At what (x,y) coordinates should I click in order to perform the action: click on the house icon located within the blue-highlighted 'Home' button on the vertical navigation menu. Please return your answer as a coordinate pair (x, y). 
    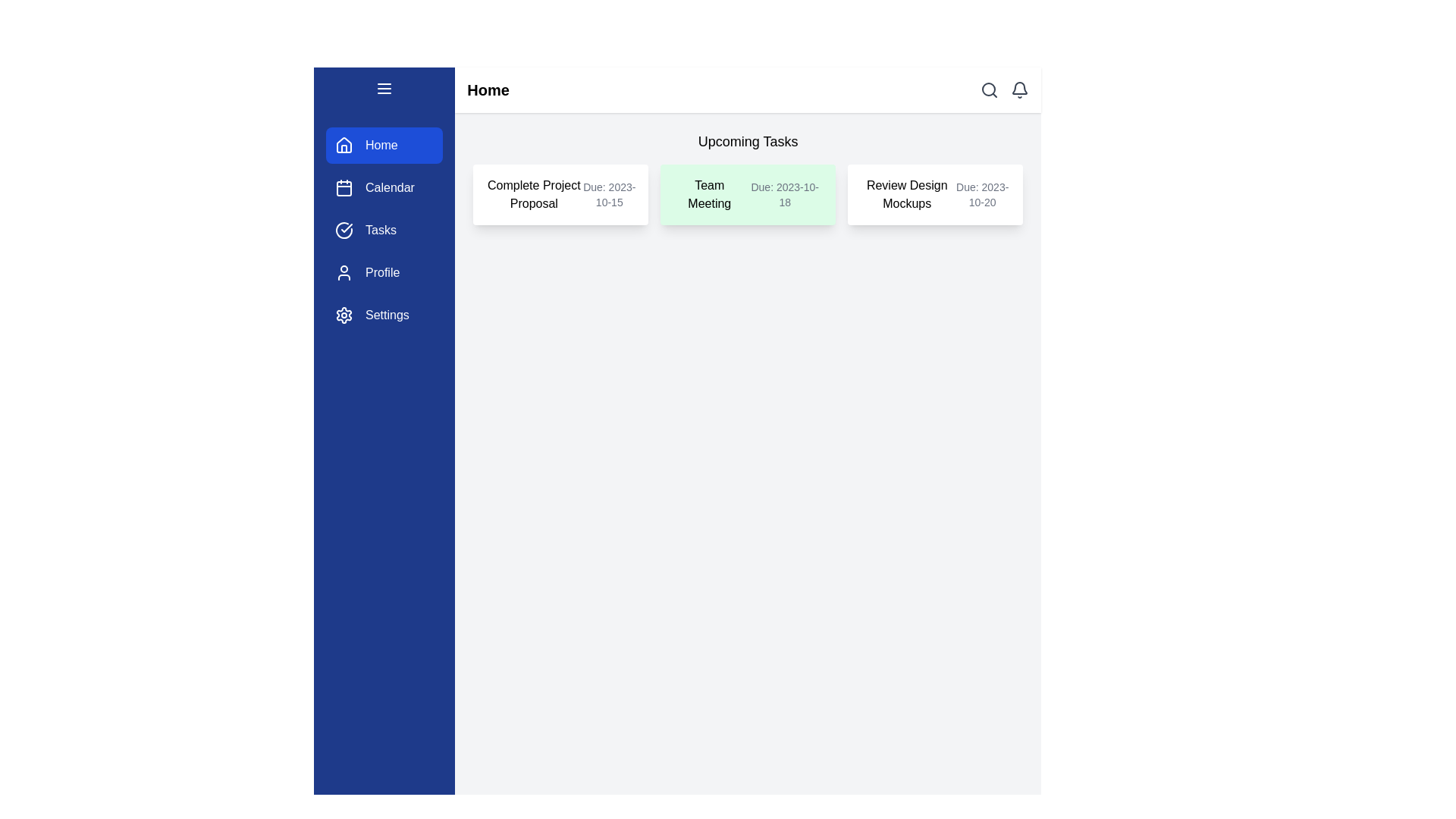
    Looking at the image, I should click on (344, 146).